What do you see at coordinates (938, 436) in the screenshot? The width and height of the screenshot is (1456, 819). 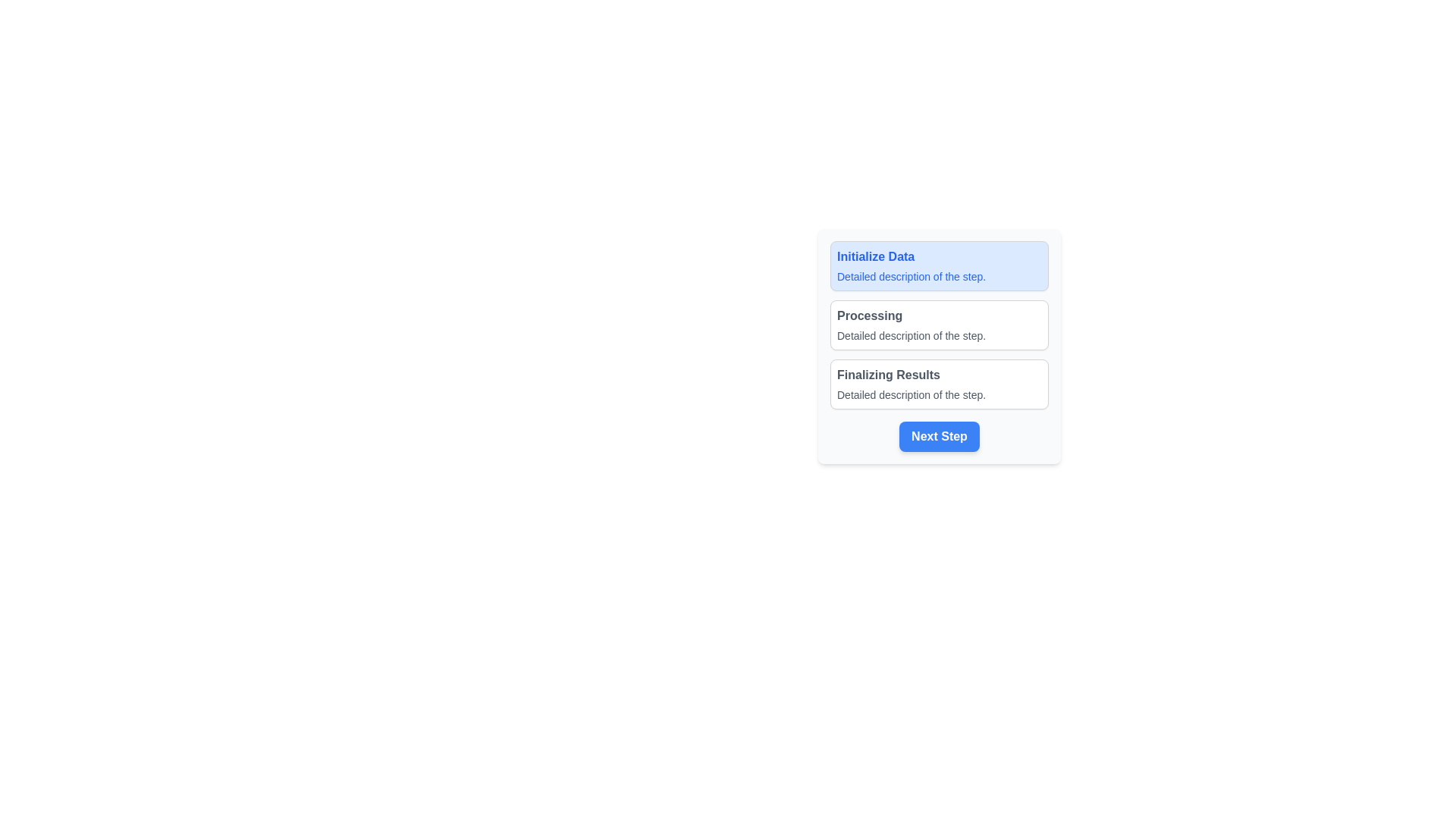 I see `the interactive button located at the bottom of the vertical process summary card` at bounding box center [938, 436].